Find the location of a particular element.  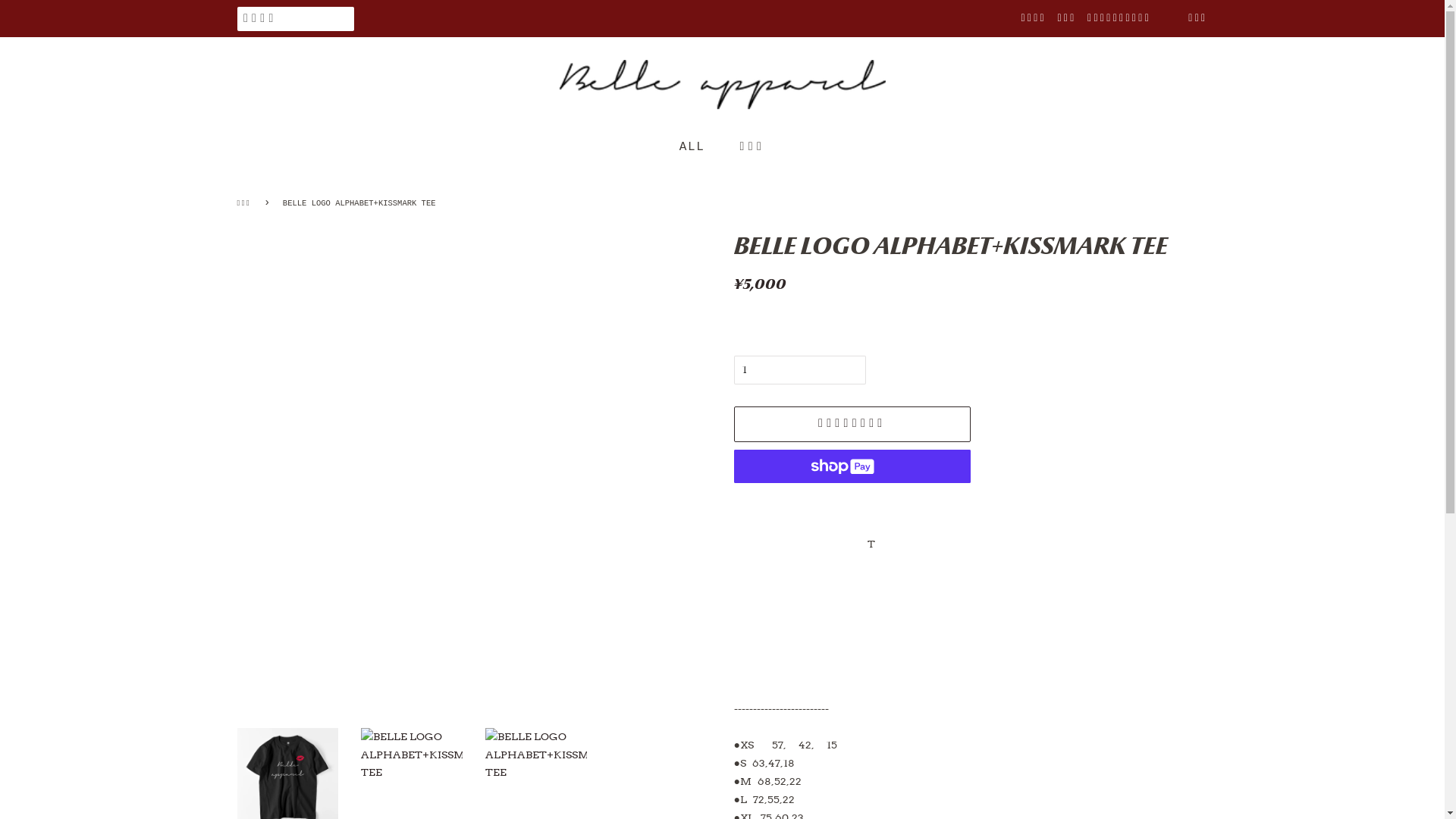

'ALL' is located at coordinates (698, 147).